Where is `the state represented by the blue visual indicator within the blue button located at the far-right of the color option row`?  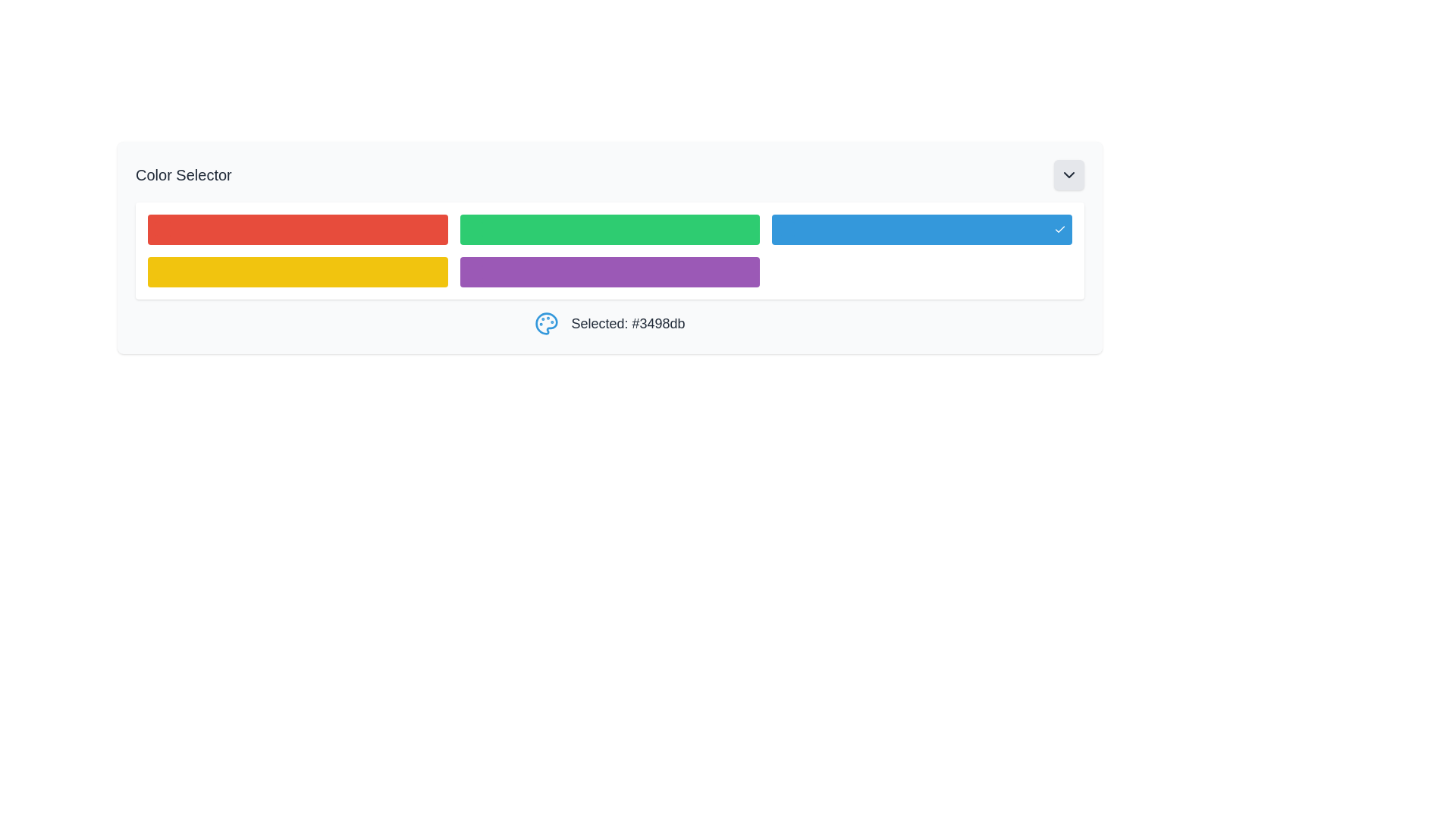
the state represented by the blue visual indicator within the blue button located at the far-right of the color option row is located at coordinates (787, 230).